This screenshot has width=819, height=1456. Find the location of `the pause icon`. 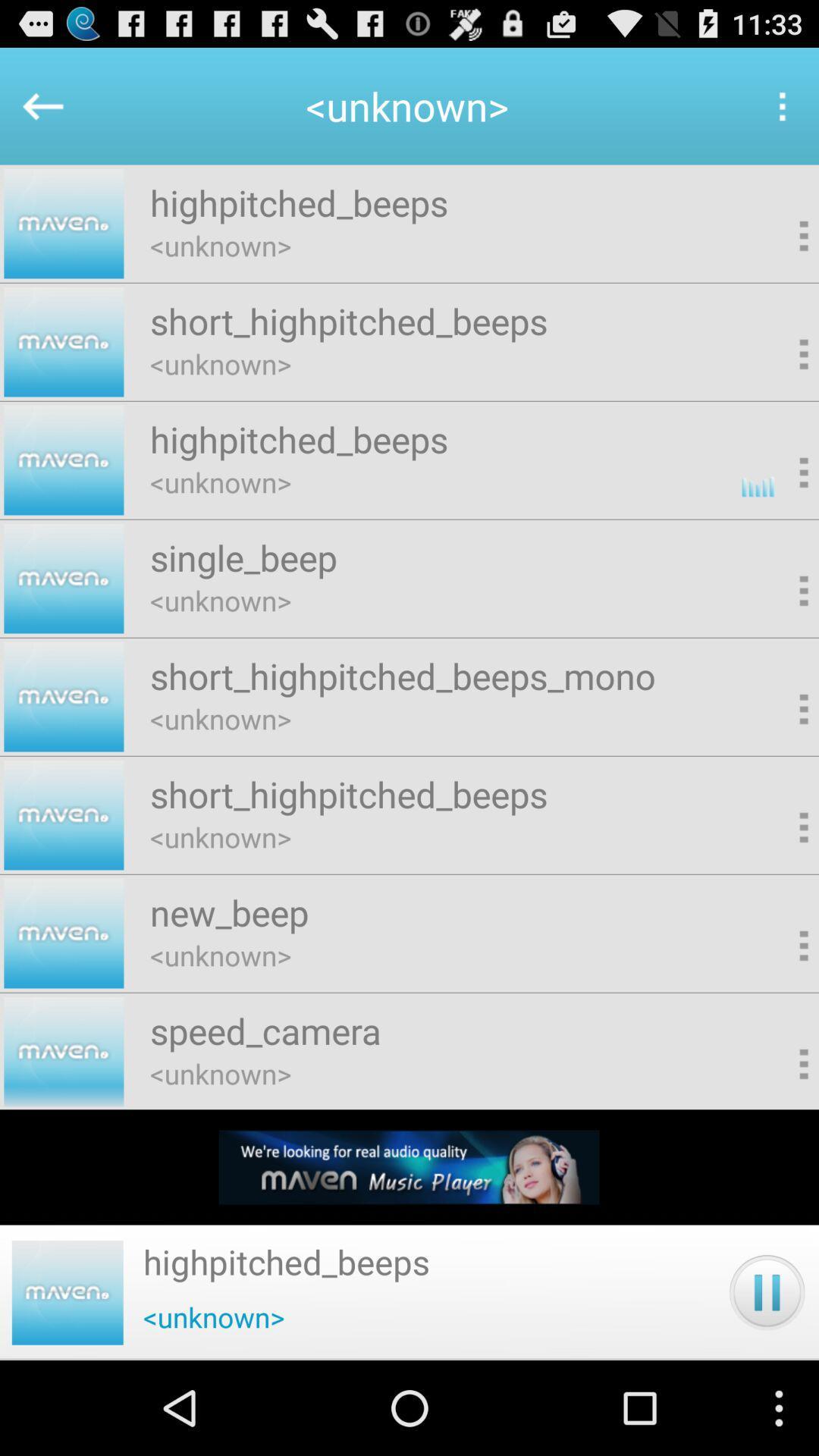

the pause icon is located at coordinates (767, 1383).